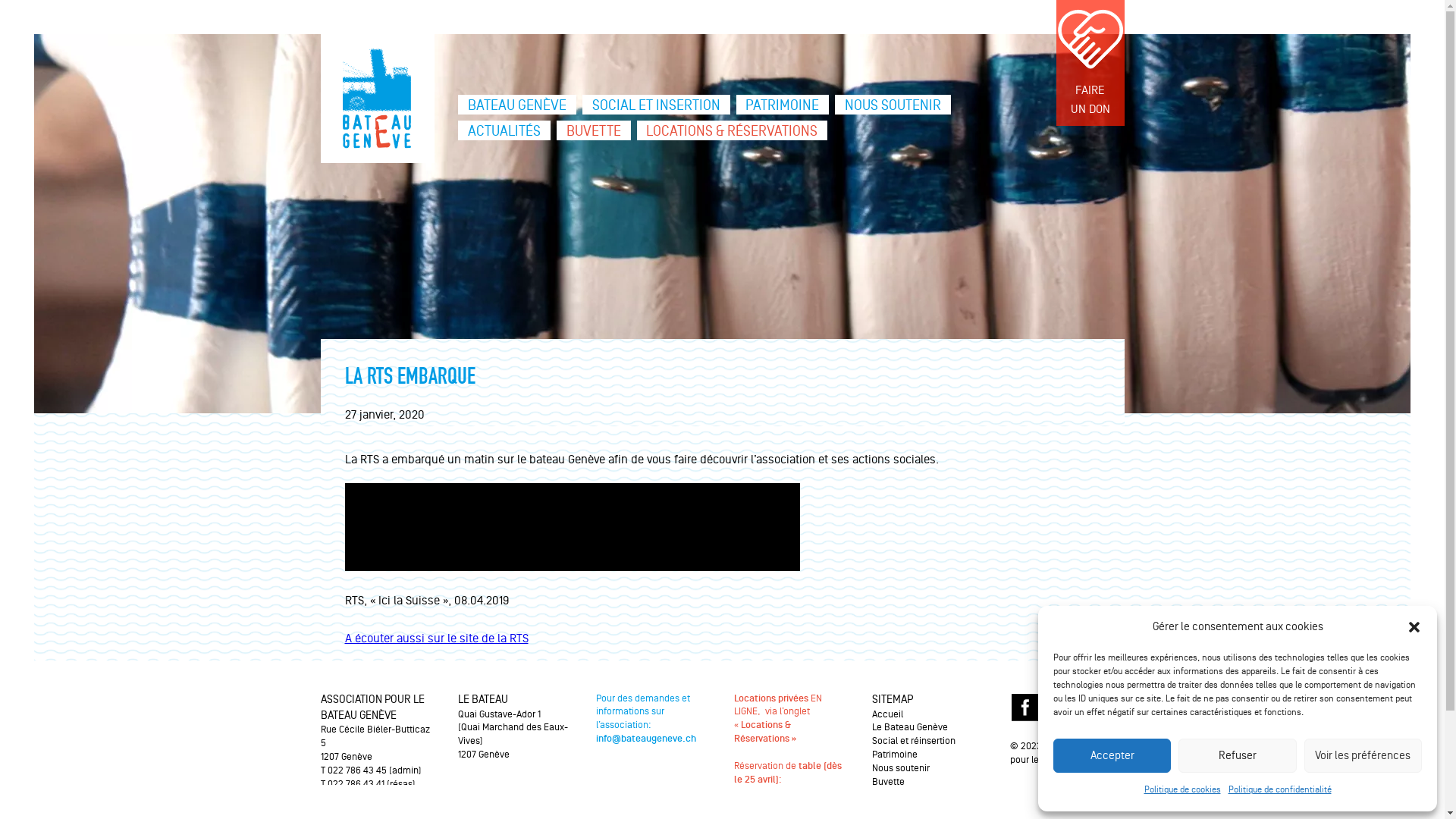 The image size is (1456, 819). I want to click on 'Refuser', so click(1178, 755).